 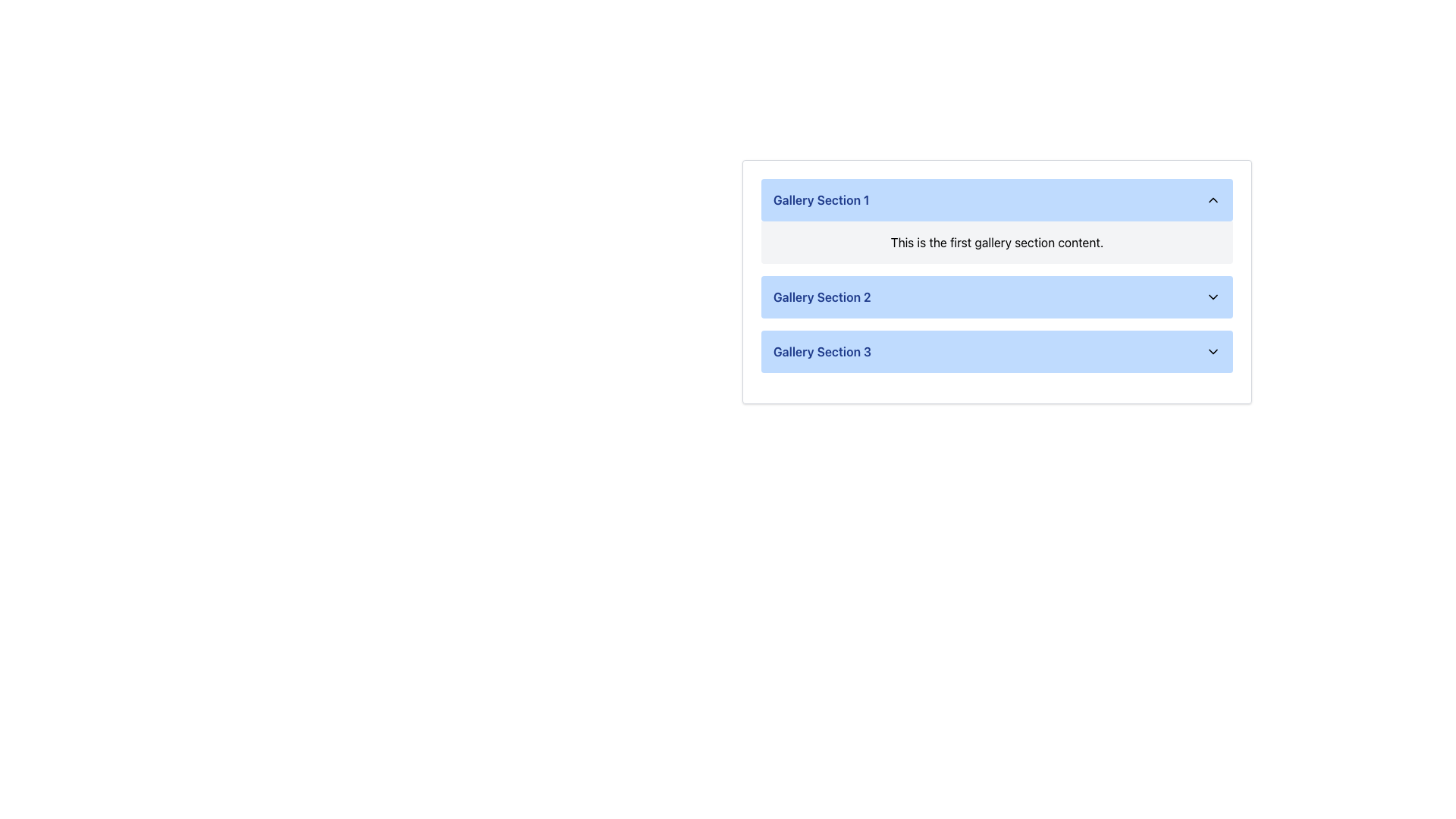 What do you see at coordinates (1212, 351) in the screenshot?
I see `the Dropdown indicator icon located at the far-right of the 'Gallery Section 3'` at bounding box center [1212, 351].